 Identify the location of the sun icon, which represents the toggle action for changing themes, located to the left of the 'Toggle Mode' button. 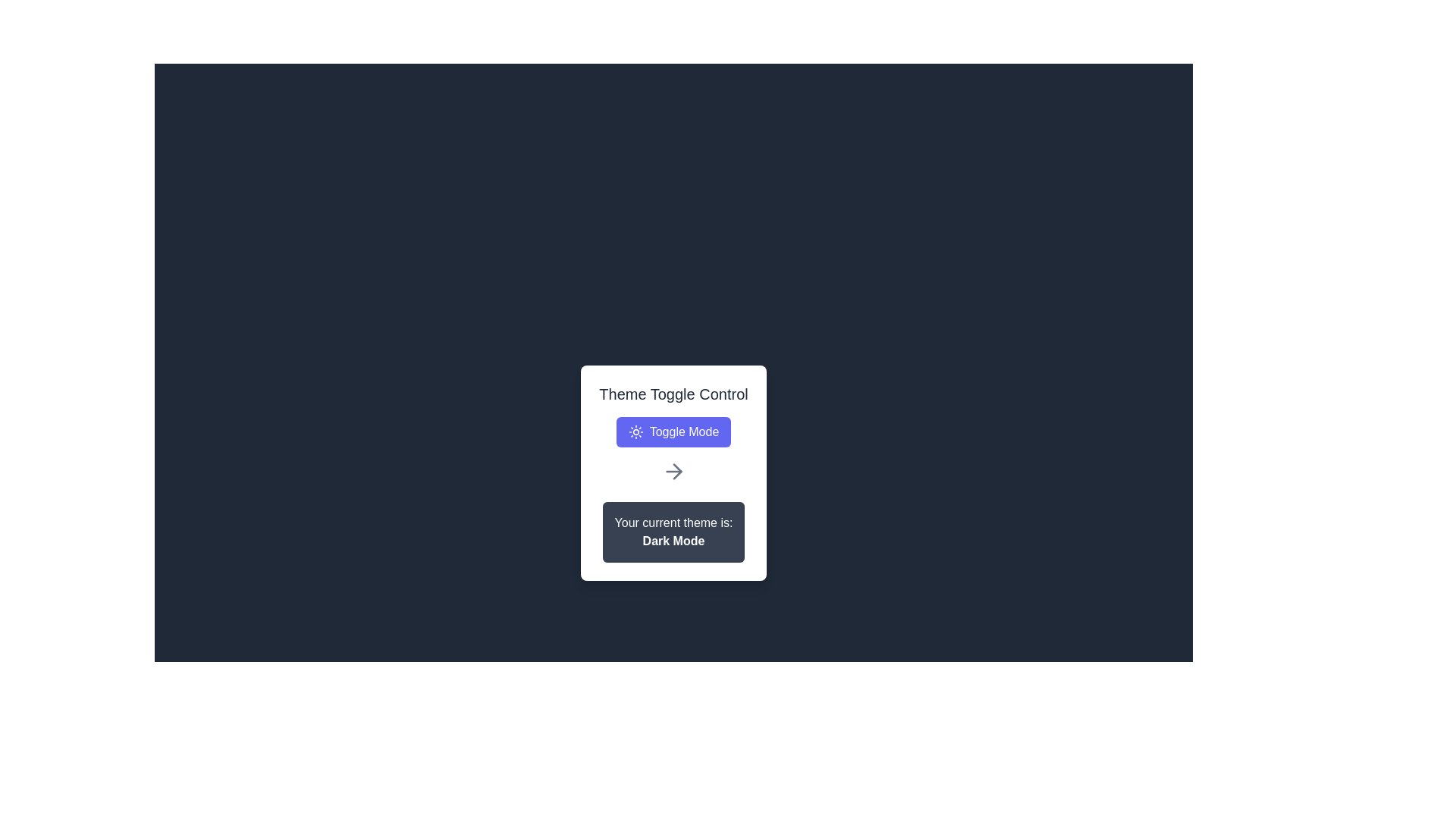
(635, 432).